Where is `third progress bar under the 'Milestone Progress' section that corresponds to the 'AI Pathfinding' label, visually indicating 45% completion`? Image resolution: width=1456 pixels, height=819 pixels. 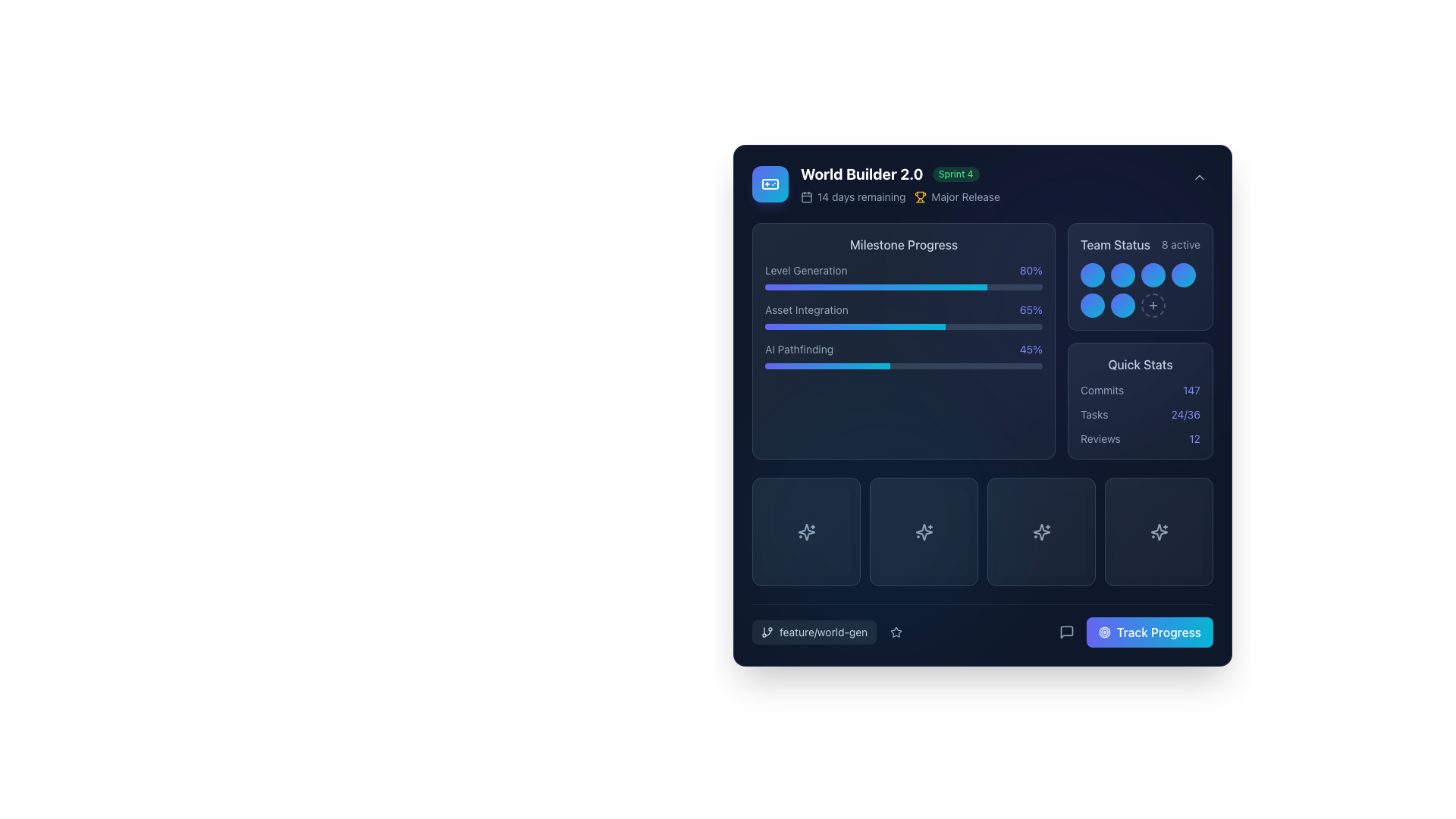
third progress bar under the 'Milestone Progress' section that corresponds to the 'AI Pathfinding' label, visually indicating 45% completion is located at coordinates (903, 366).